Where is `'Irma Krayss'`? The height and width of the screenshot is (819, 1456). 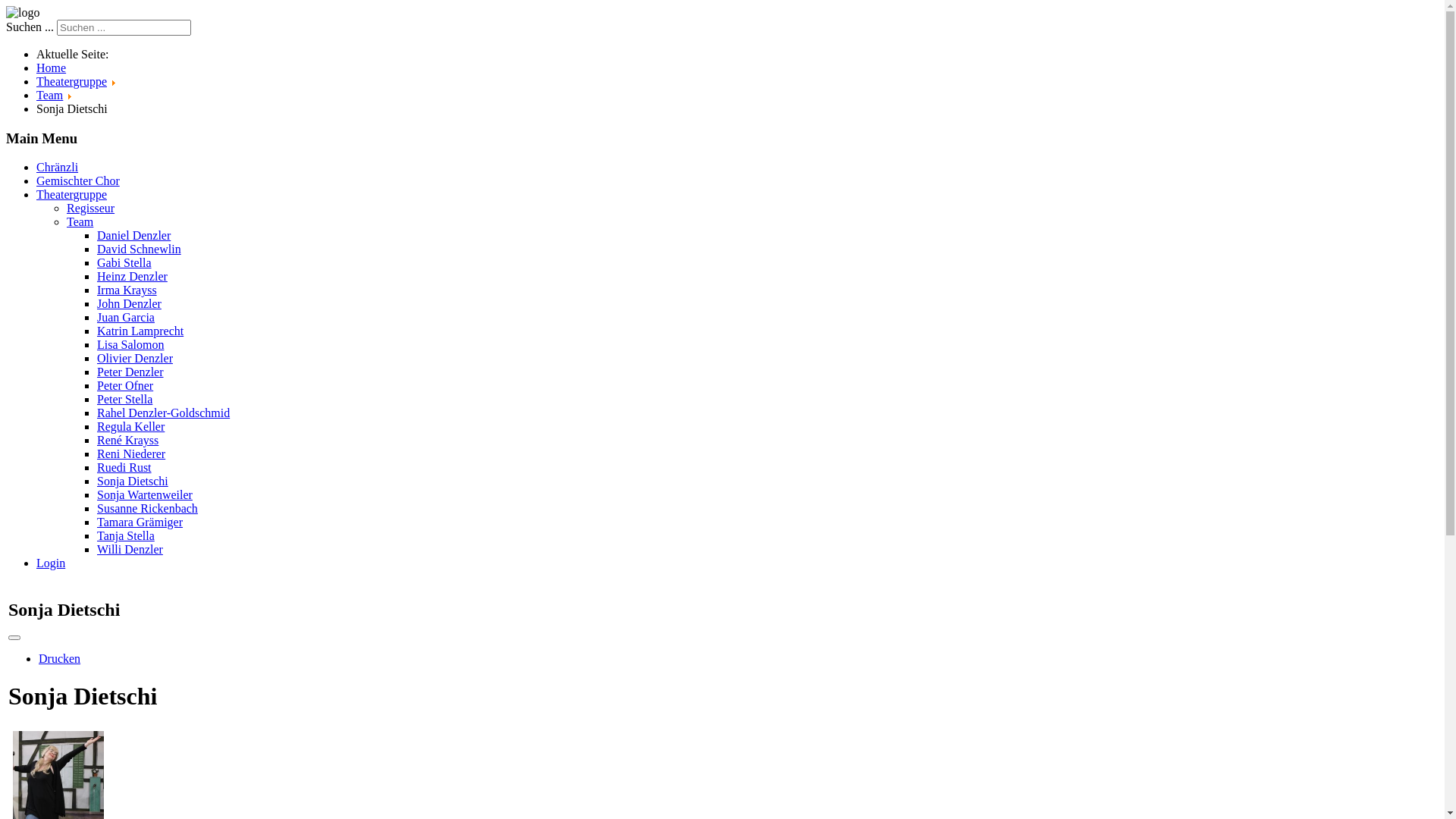 'Irma Krayss' is located at coordinates (127, 290).